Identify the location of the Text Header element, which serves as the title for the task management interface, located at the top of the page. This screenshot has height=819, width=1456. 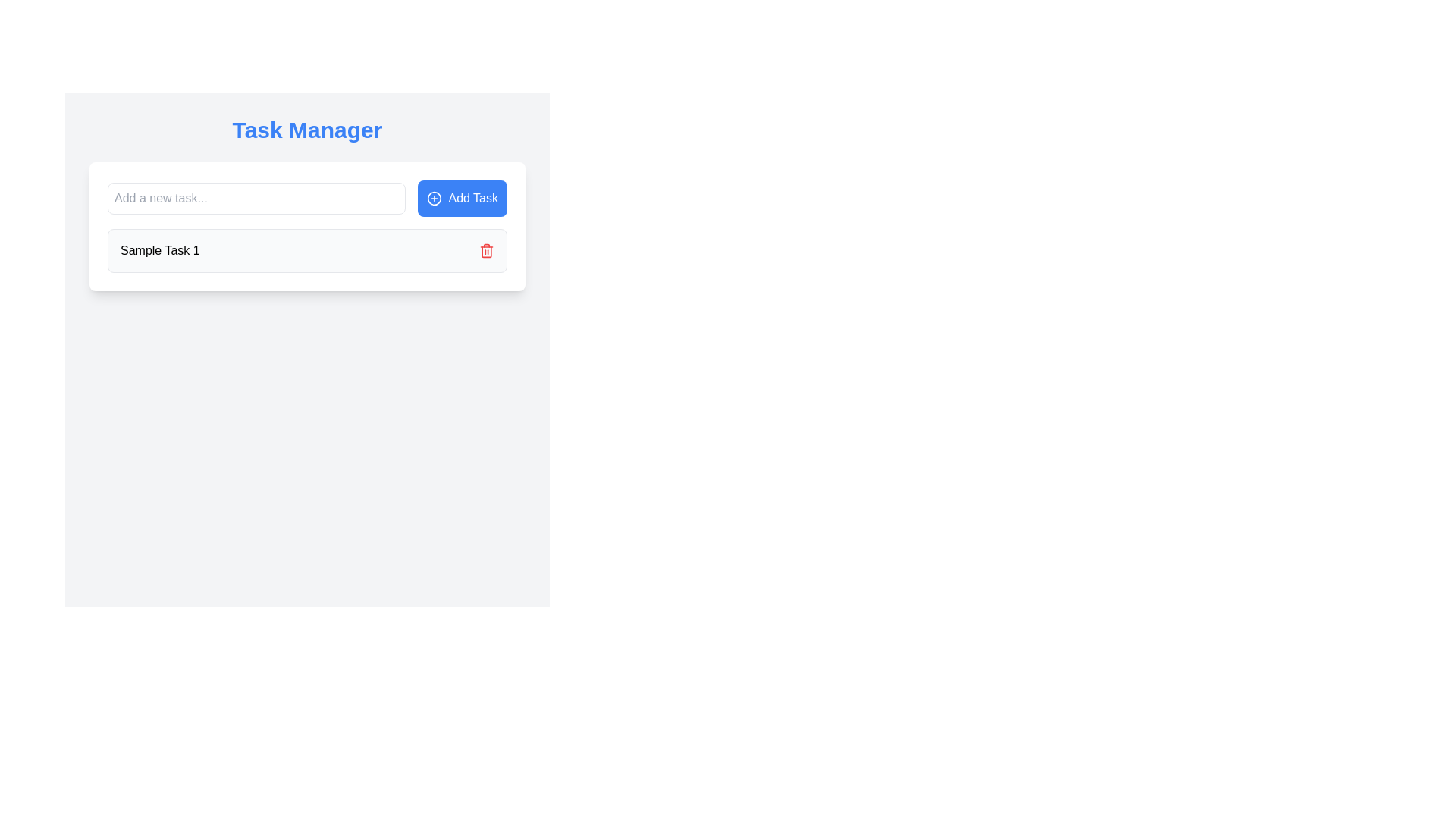
(306, 130).